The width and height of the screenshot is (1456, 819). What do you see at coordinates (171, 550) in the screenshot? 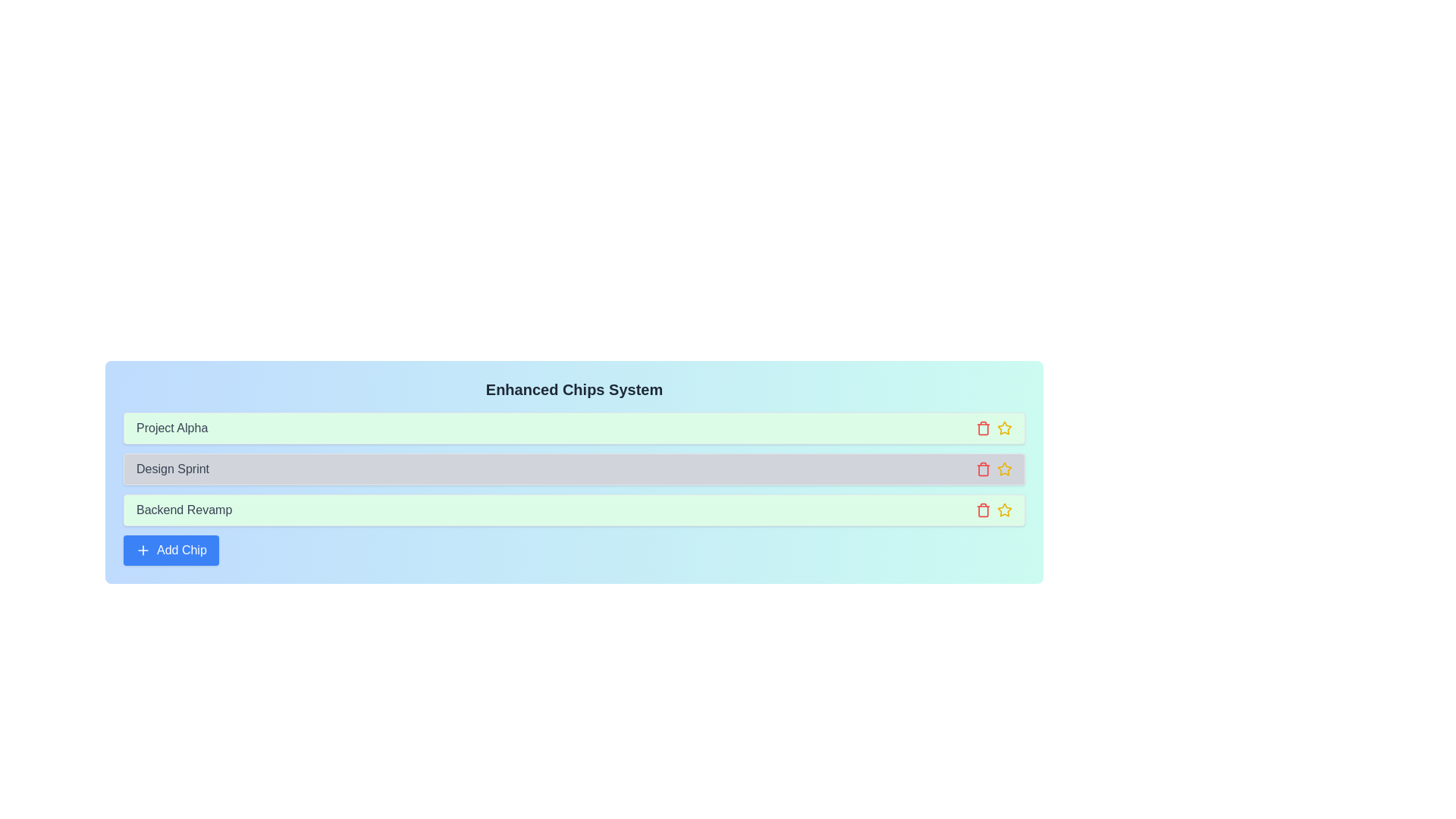
I see `the 'Add Chip' button to add a new chip to the list` at bounding box center [171, 550].